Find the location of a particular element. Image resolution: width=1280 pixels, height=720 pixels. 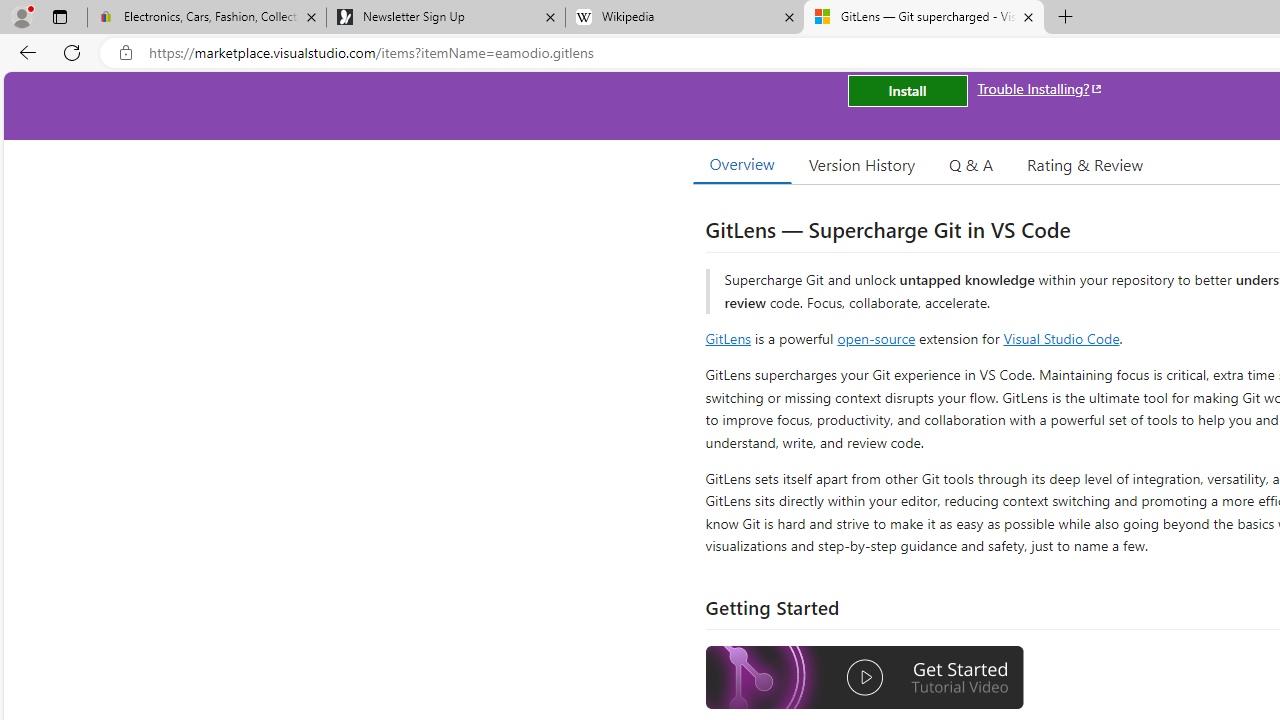

'New Tab' is located at coordinates (1065, 17).